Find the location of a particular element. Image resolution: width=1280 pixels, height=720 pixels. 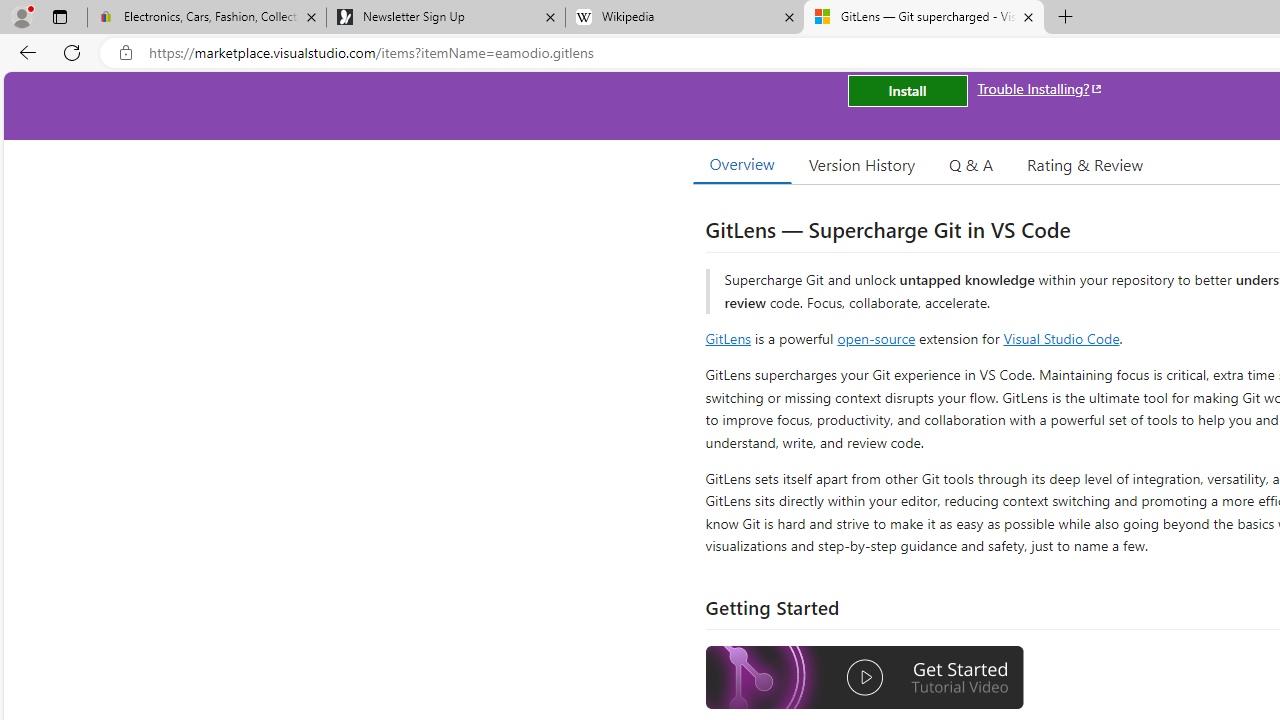

'New Tab' is located at coordinates (1065, 17).